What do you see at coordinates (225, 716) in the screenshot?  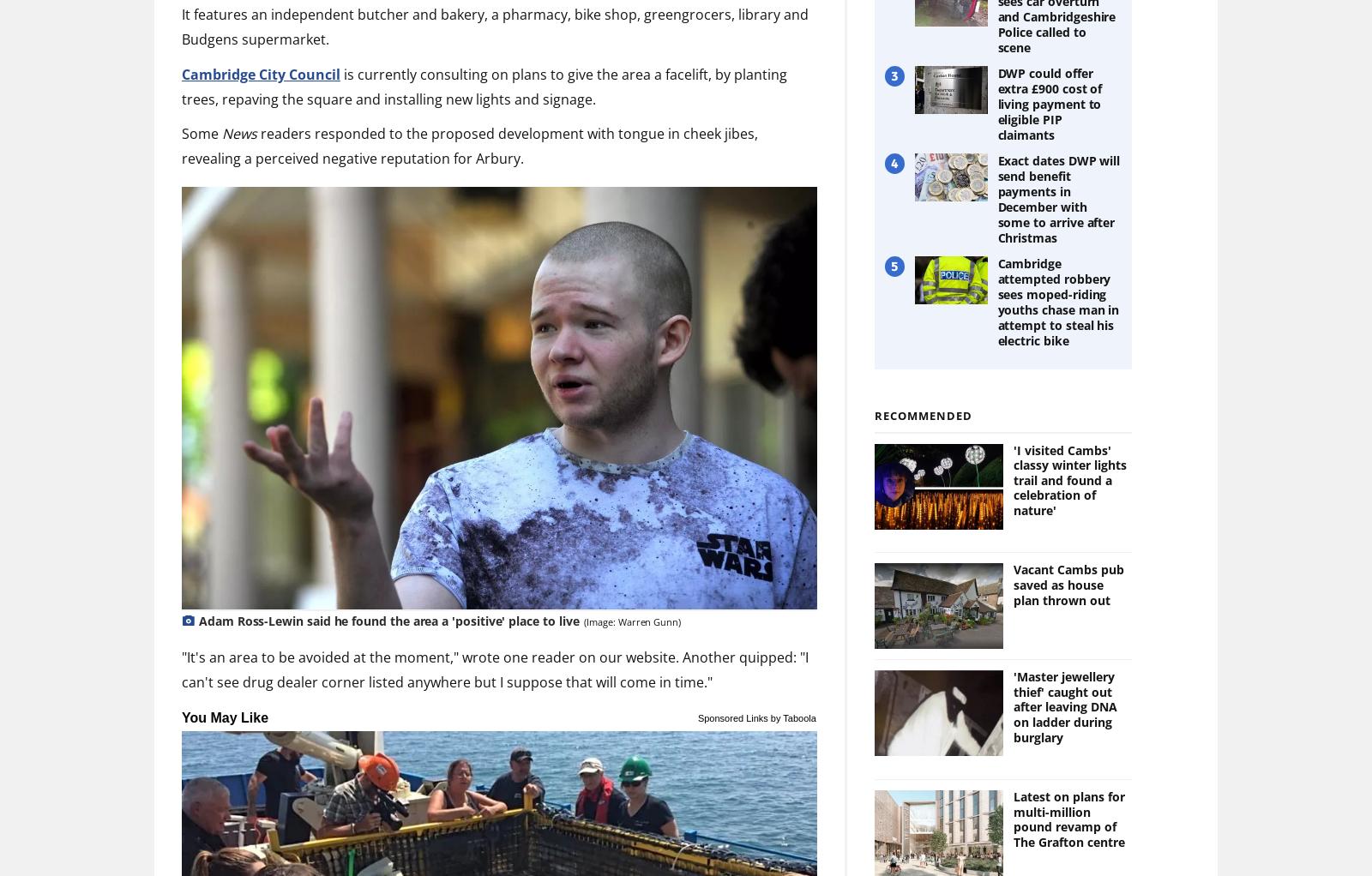 I see `'You May Like'` at bounding box center [225, 716].